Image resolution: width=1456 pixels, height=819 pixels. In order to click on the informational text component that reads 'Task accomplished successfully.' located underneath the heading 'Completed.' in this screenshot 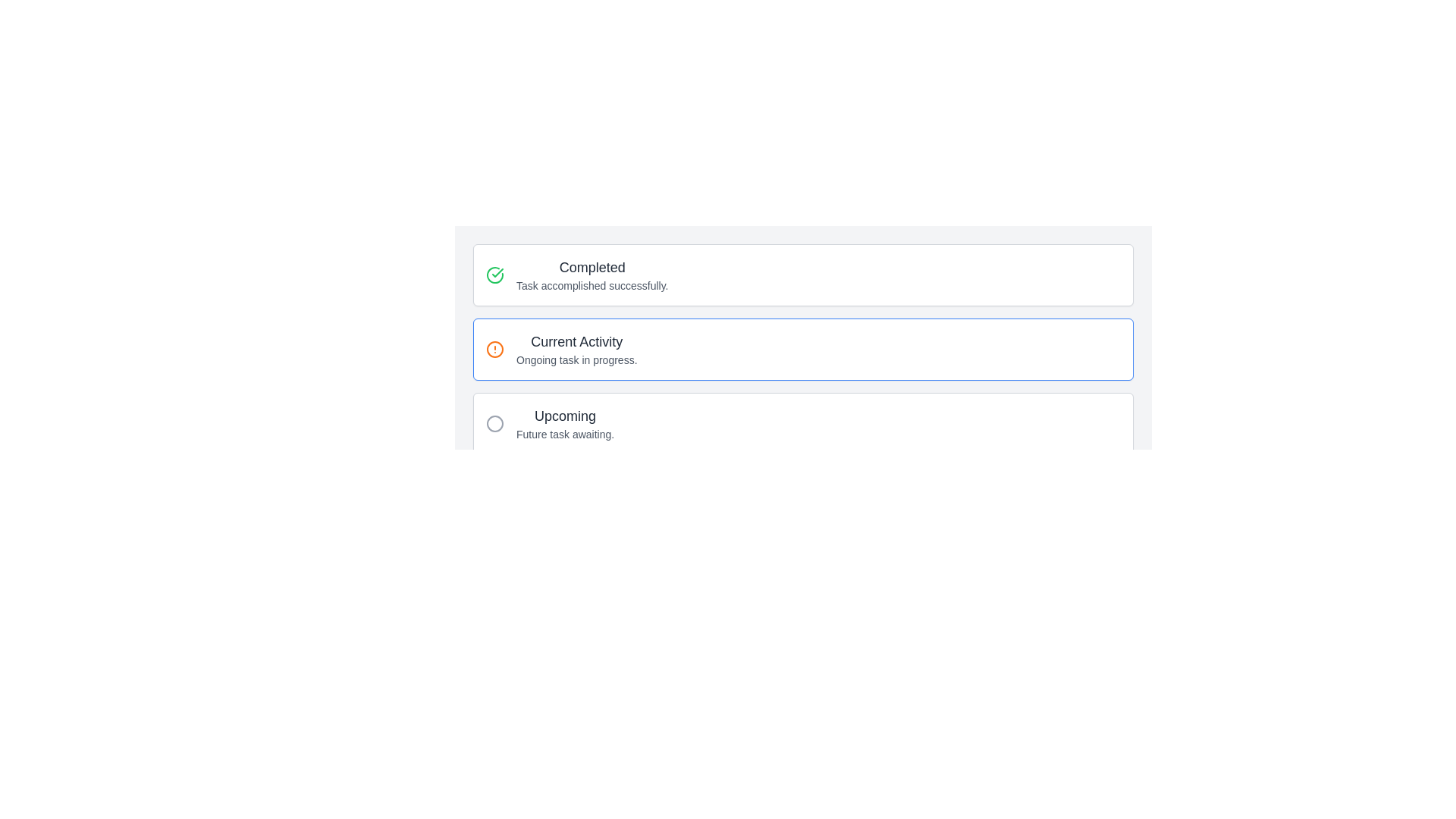, I will do `click(591, 286)`.